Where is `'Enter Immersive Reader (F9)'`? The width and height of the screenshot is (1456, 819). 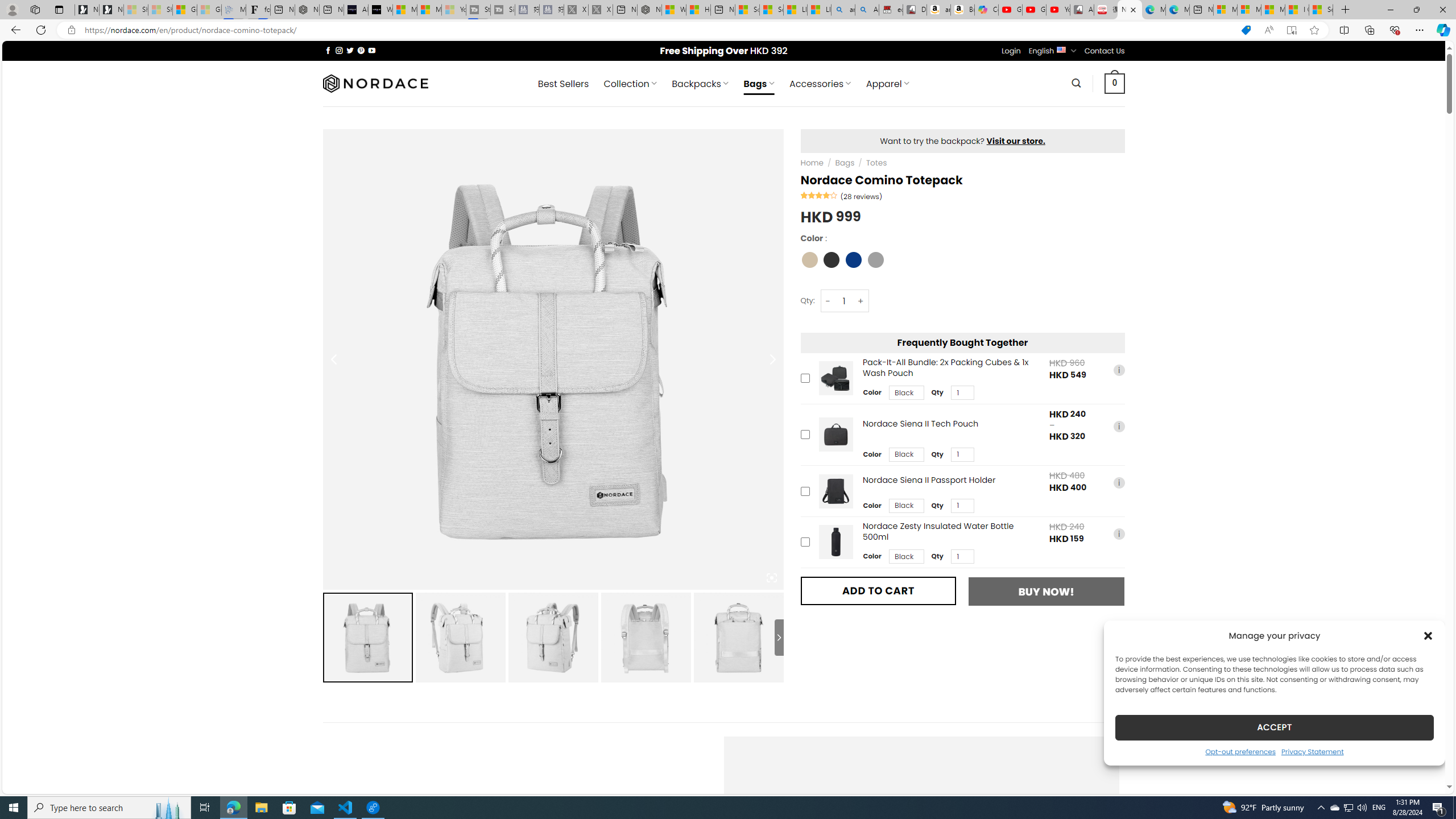
'Enter Immersive Reader (F9)' is located at coordinates (1291, 30).